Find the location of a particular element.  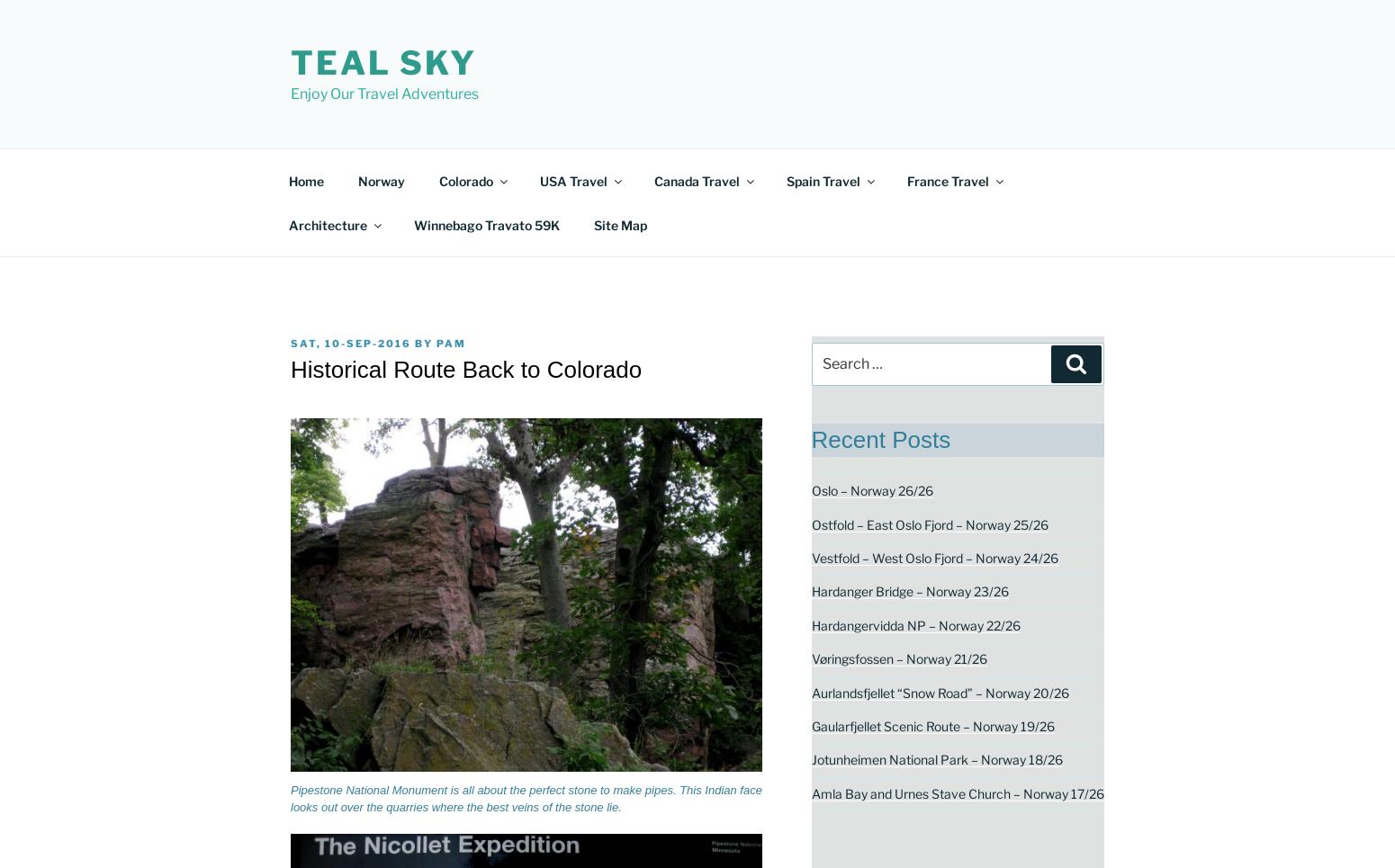

'Colorado' is located at coordinates (437, 180).